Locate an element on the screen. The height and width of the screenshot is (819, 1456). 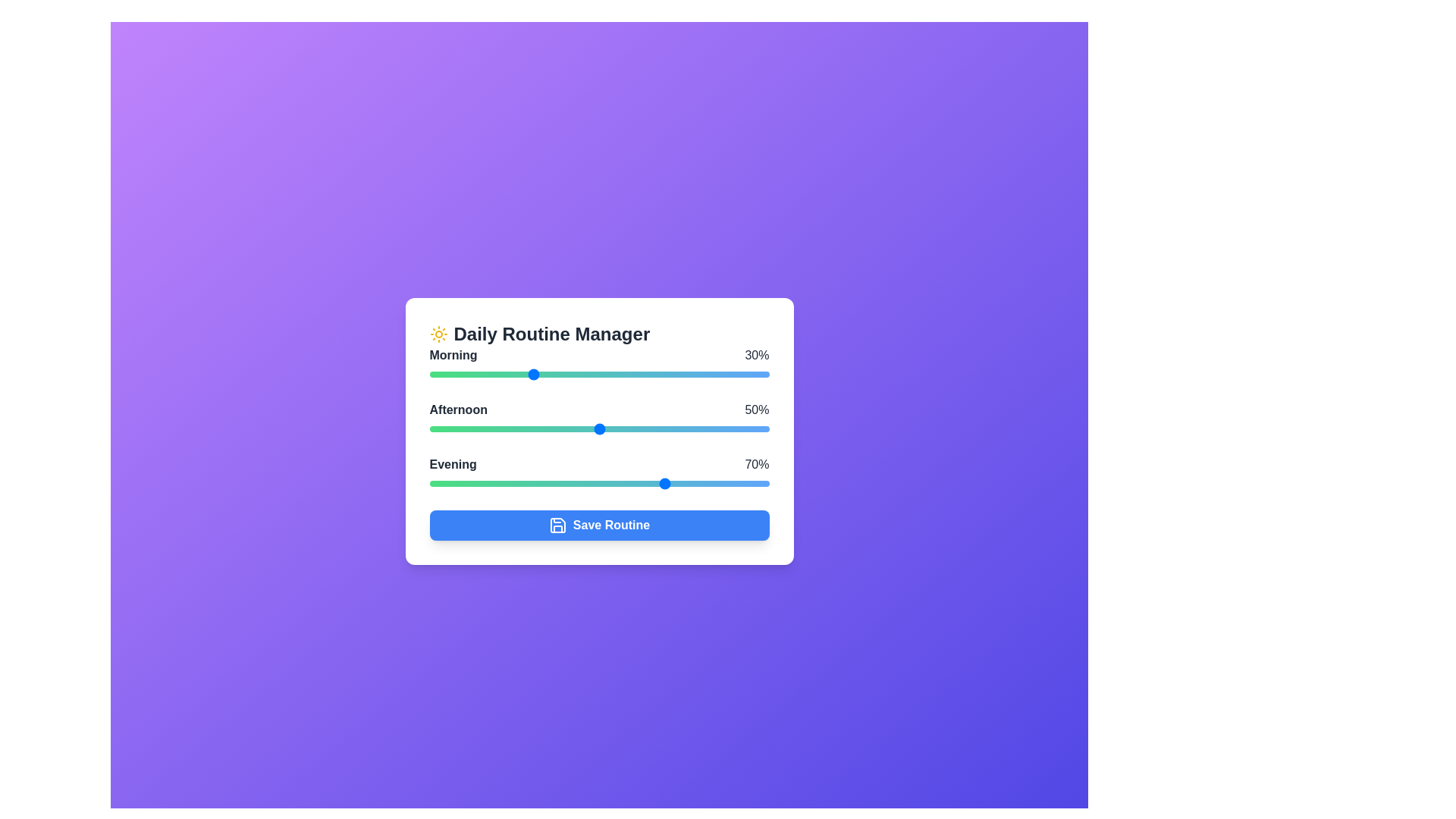
the Evening task slider to 75% is located at coordinates (683, 483).